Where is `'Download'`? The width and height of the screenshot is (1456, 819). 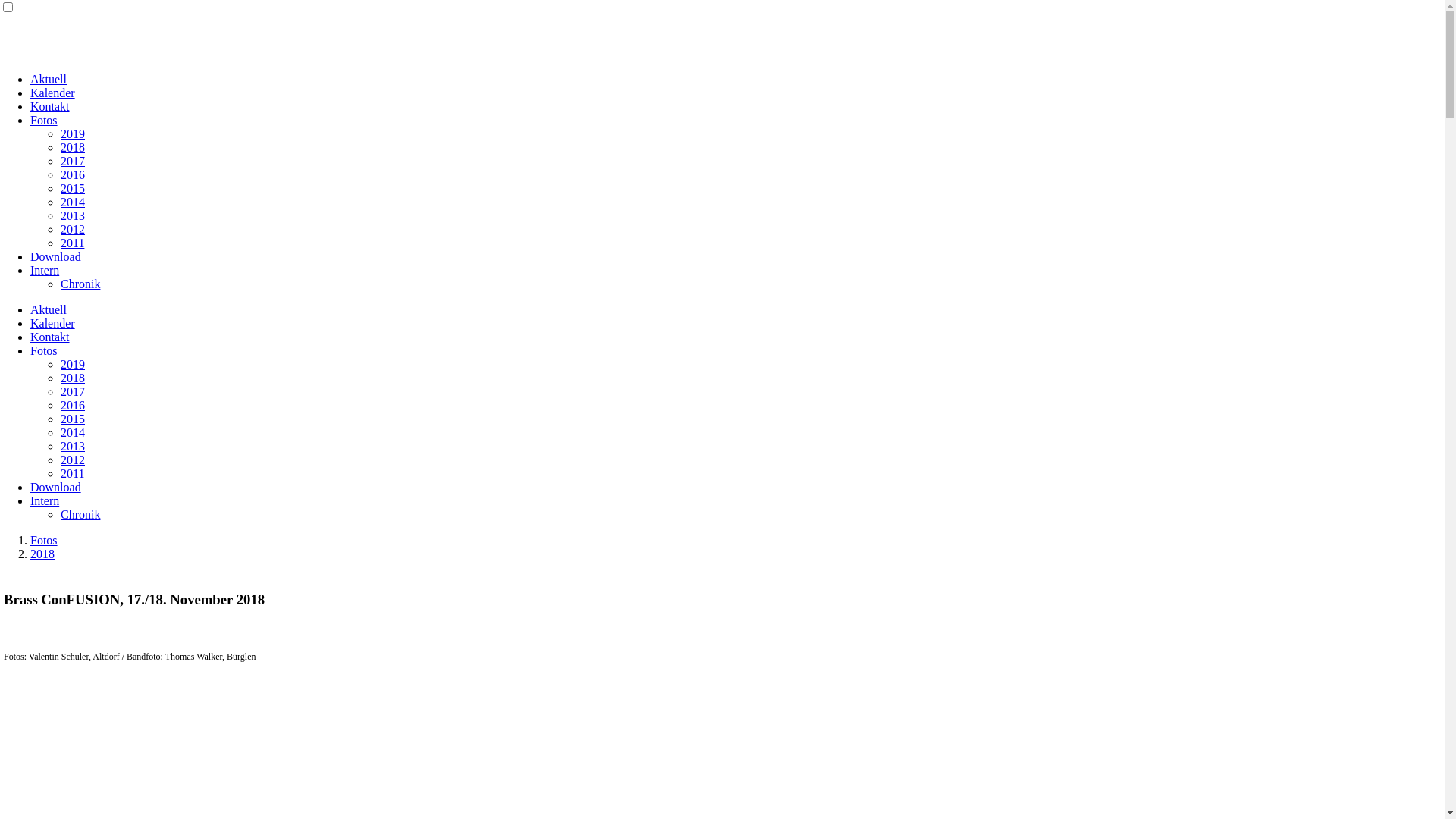
'Download' is located at coordinates (55, 256).